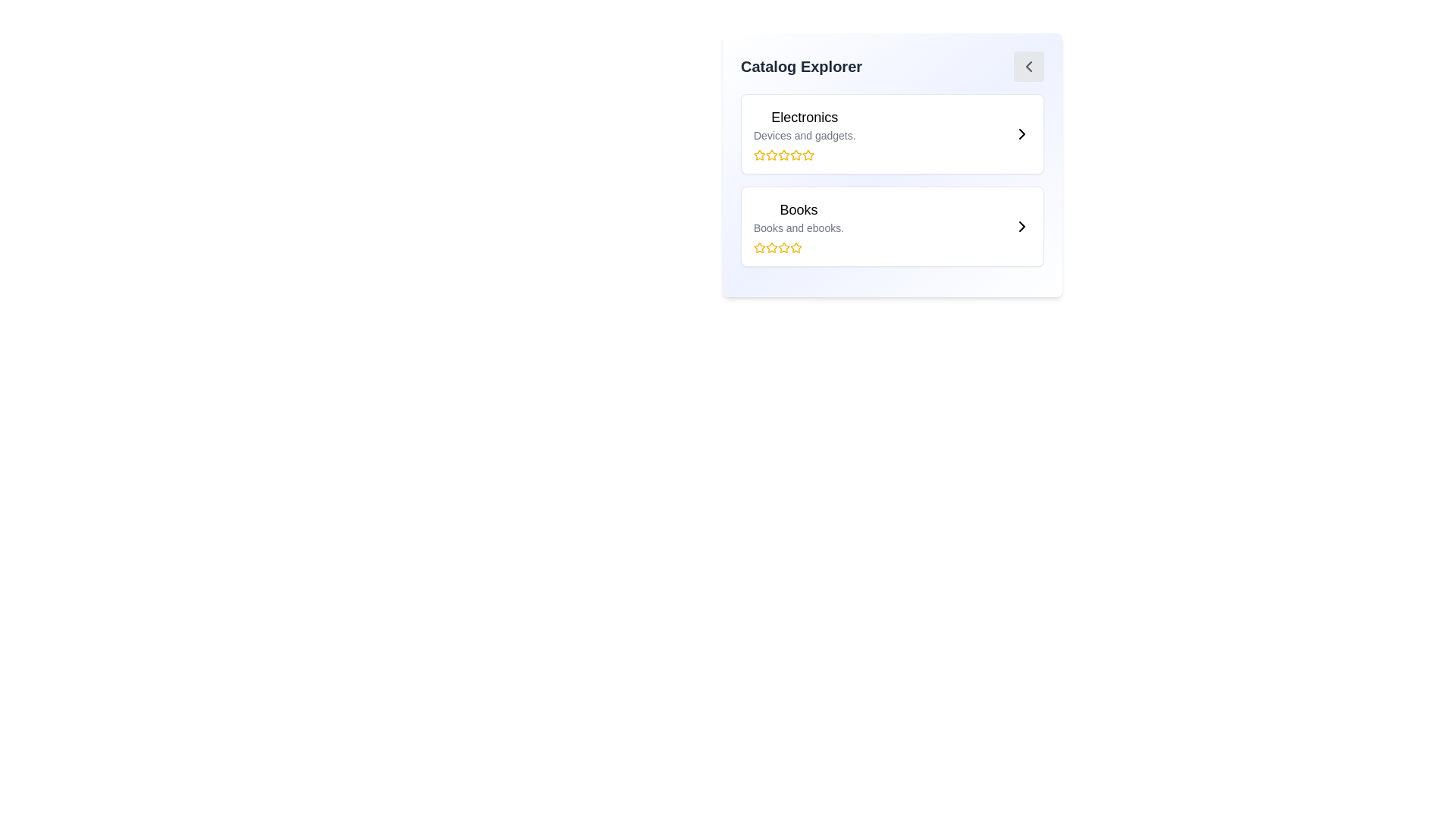 The height and width of the screenshot is (819, 1456). Describe the element at coordinates (1029, 66) in the screenshot. I see `the navigation button located in the upper-right corner of the 'Catalog Explorer' section` at that location.